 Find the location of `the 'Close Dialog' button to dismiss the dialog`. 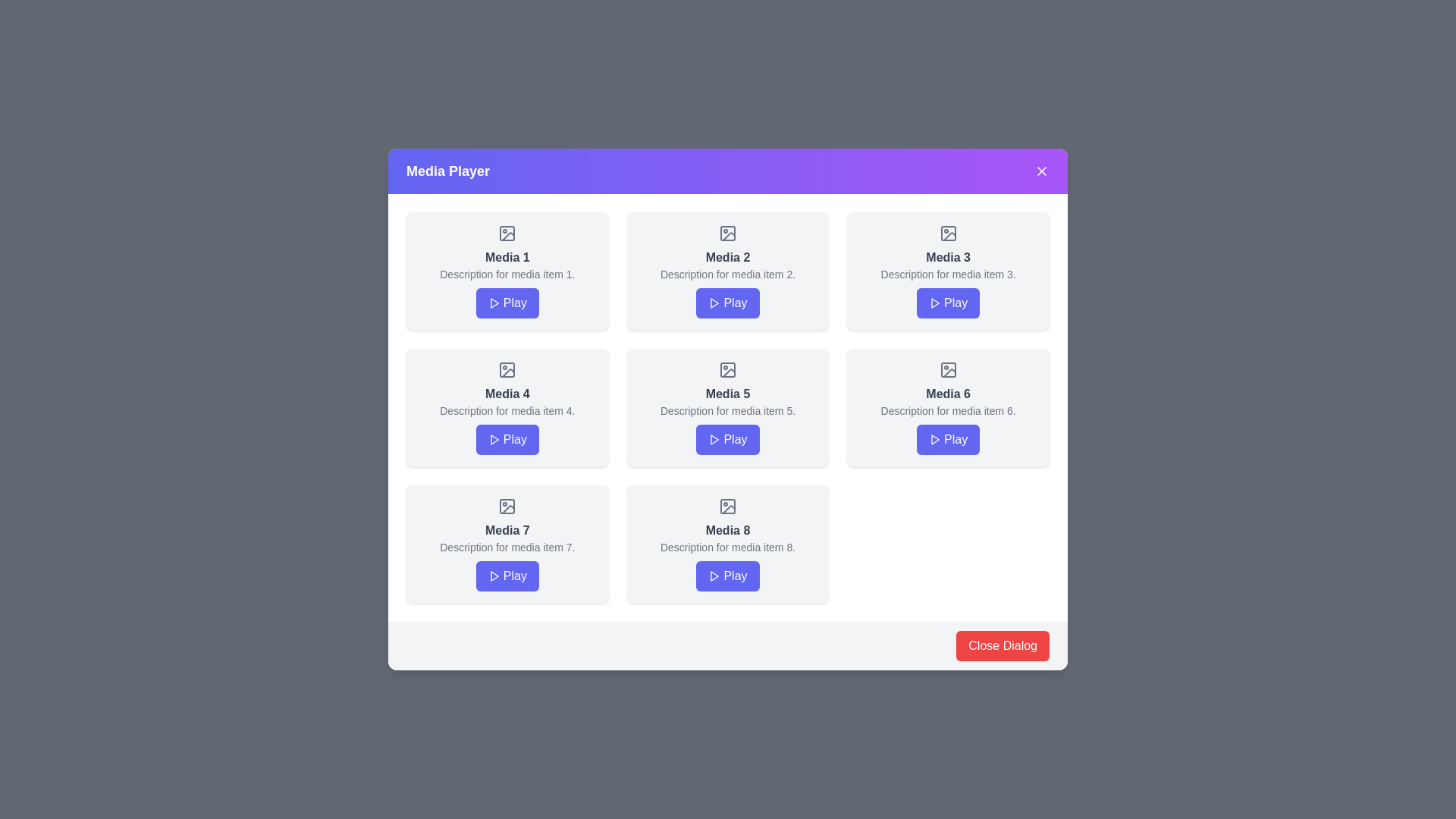

the 'Close Dialog' button to dismiss the dialog is located at coordinates (1002, 646).